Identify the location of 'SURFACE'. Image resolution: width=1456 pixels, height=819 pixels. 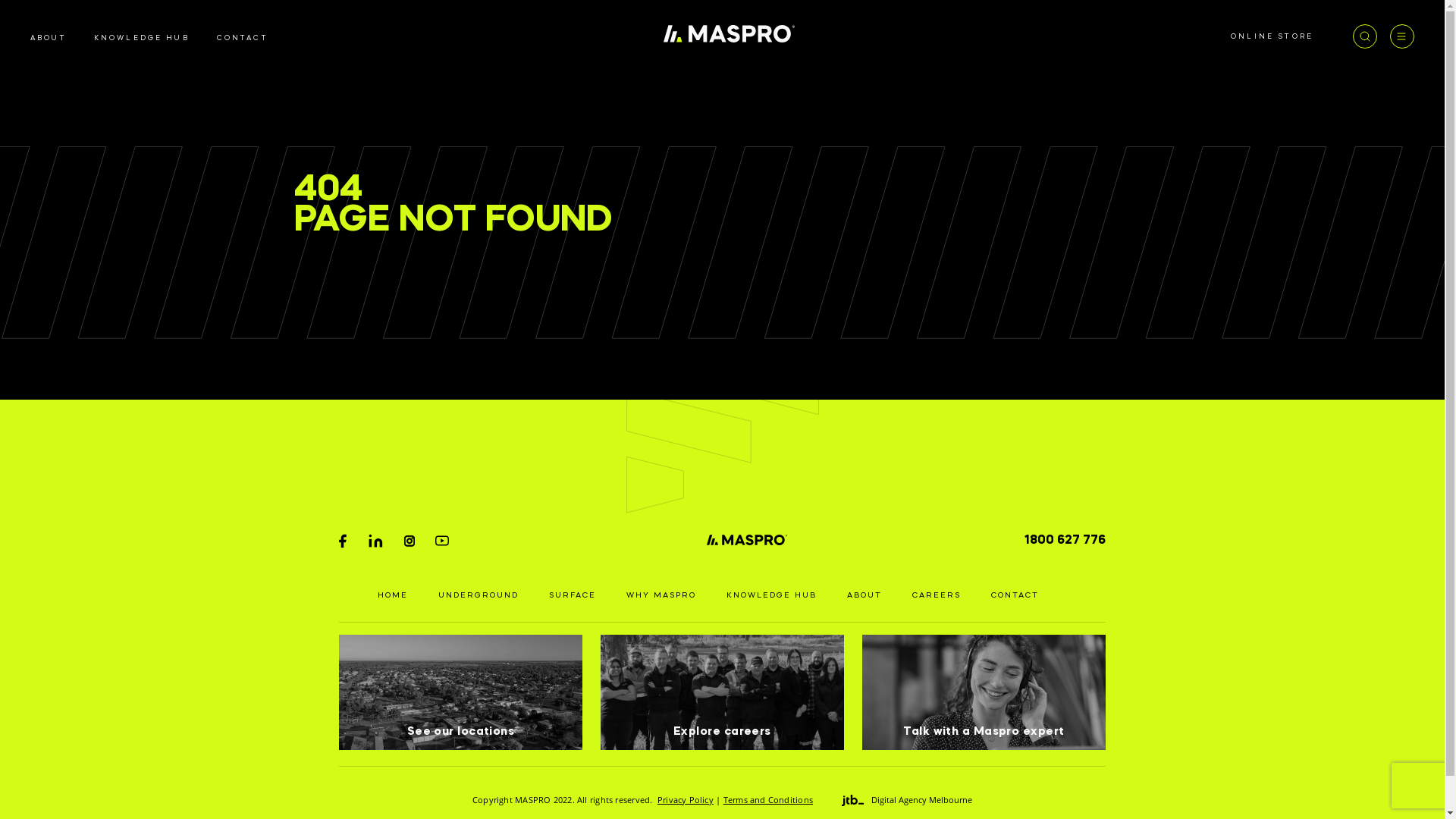
(571, 595).